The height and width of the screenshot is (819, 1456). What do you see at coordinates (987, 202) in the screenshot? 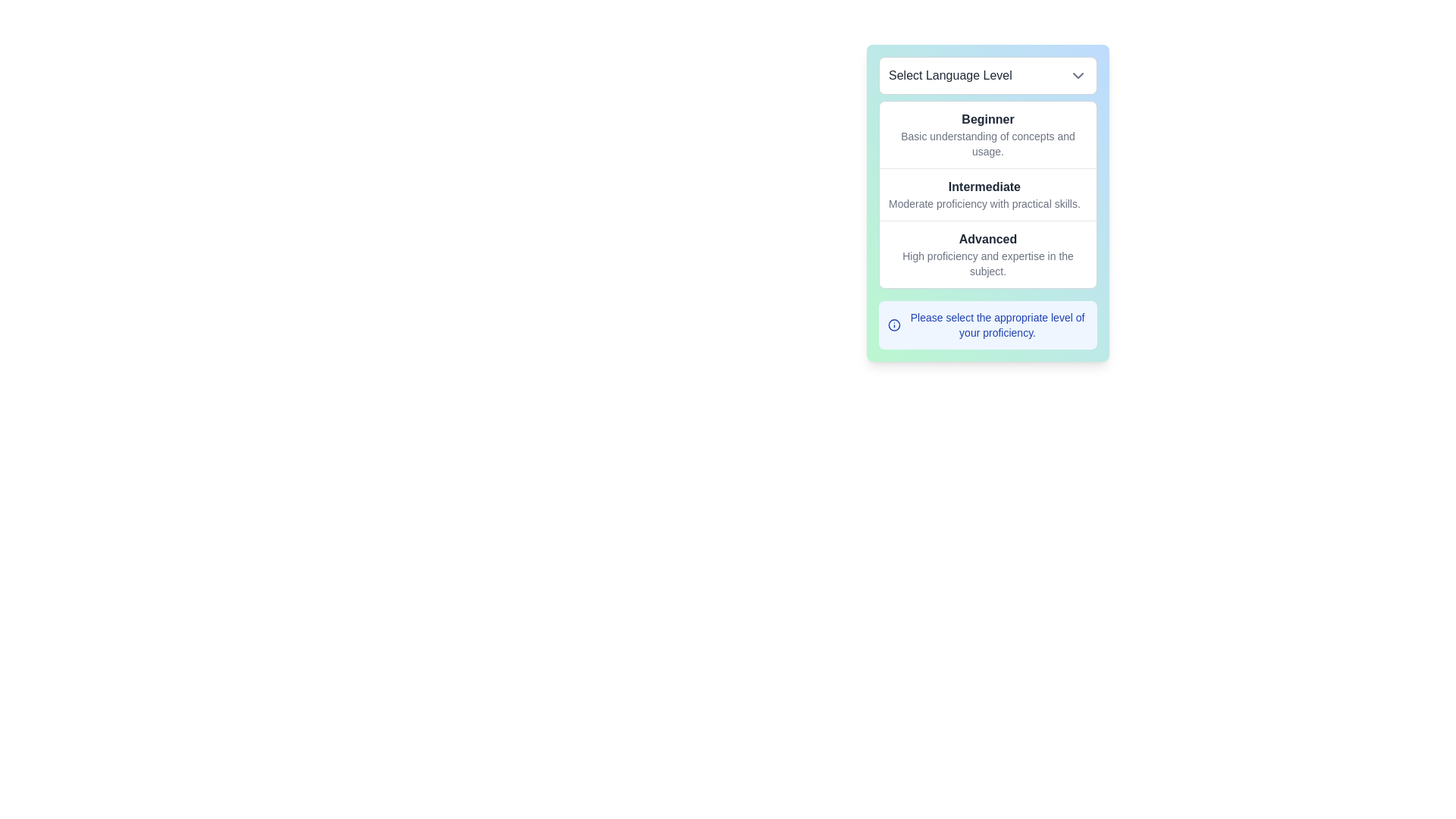
I see `the Dropdown menu option` at bounding box center [987, 202].